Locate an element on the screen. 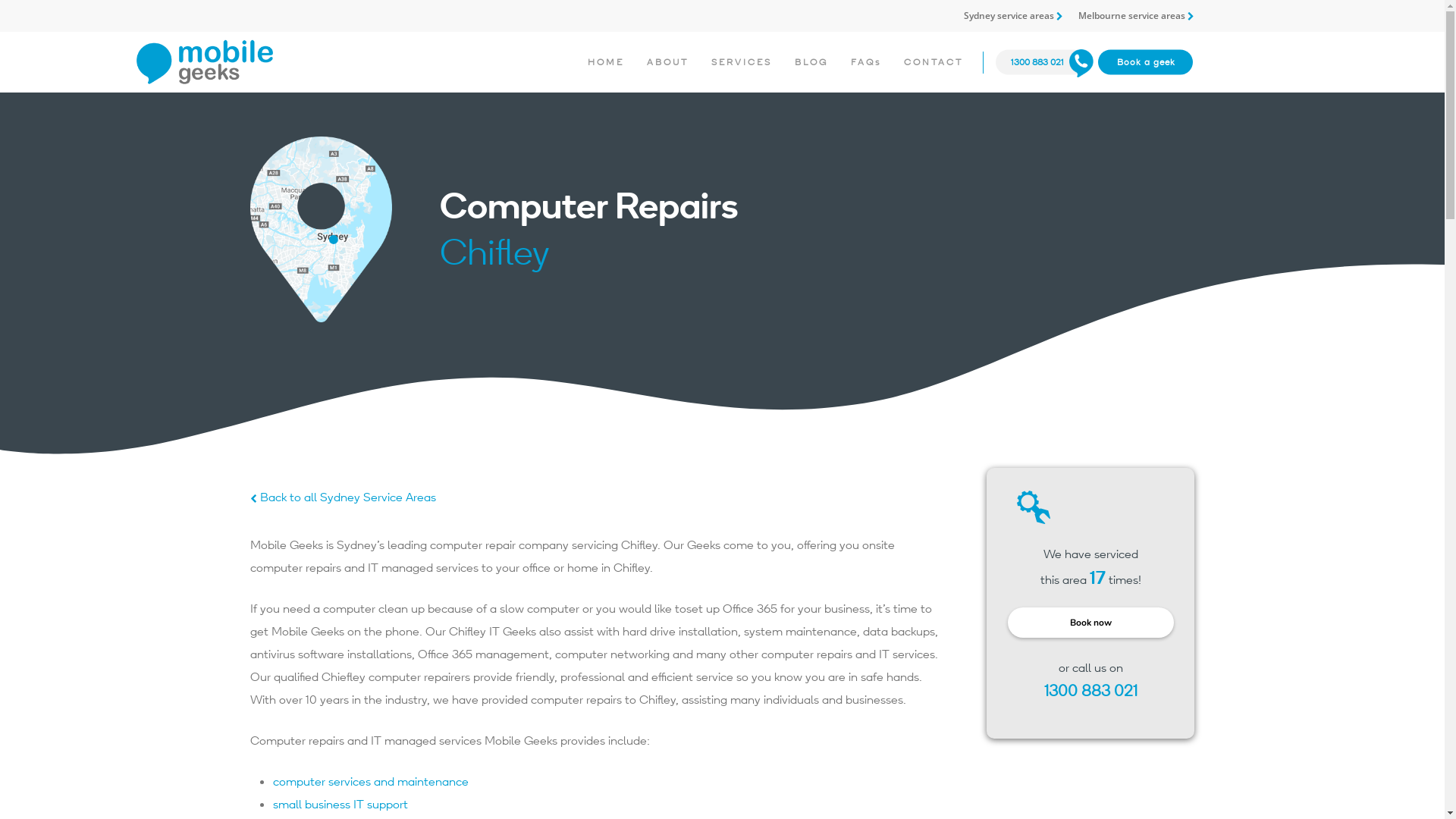 This screenshot has height=819, width=1456. 'small business IT support' is located at coordinates (340, 803).